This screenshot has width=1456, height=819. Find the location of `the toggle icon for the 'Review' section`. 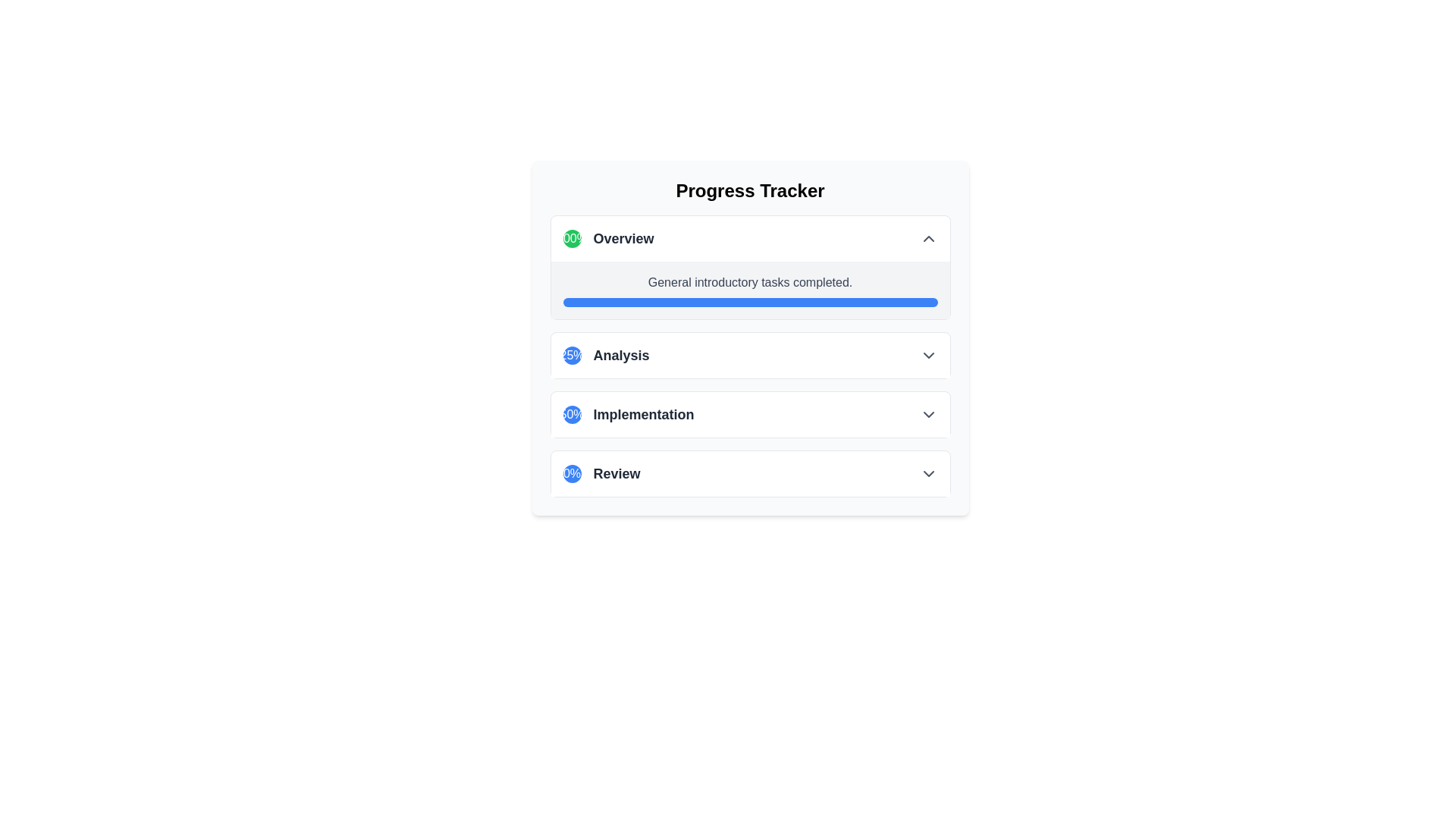

the toggle icon for the 'Review' section is located at coordinates (927, 472).